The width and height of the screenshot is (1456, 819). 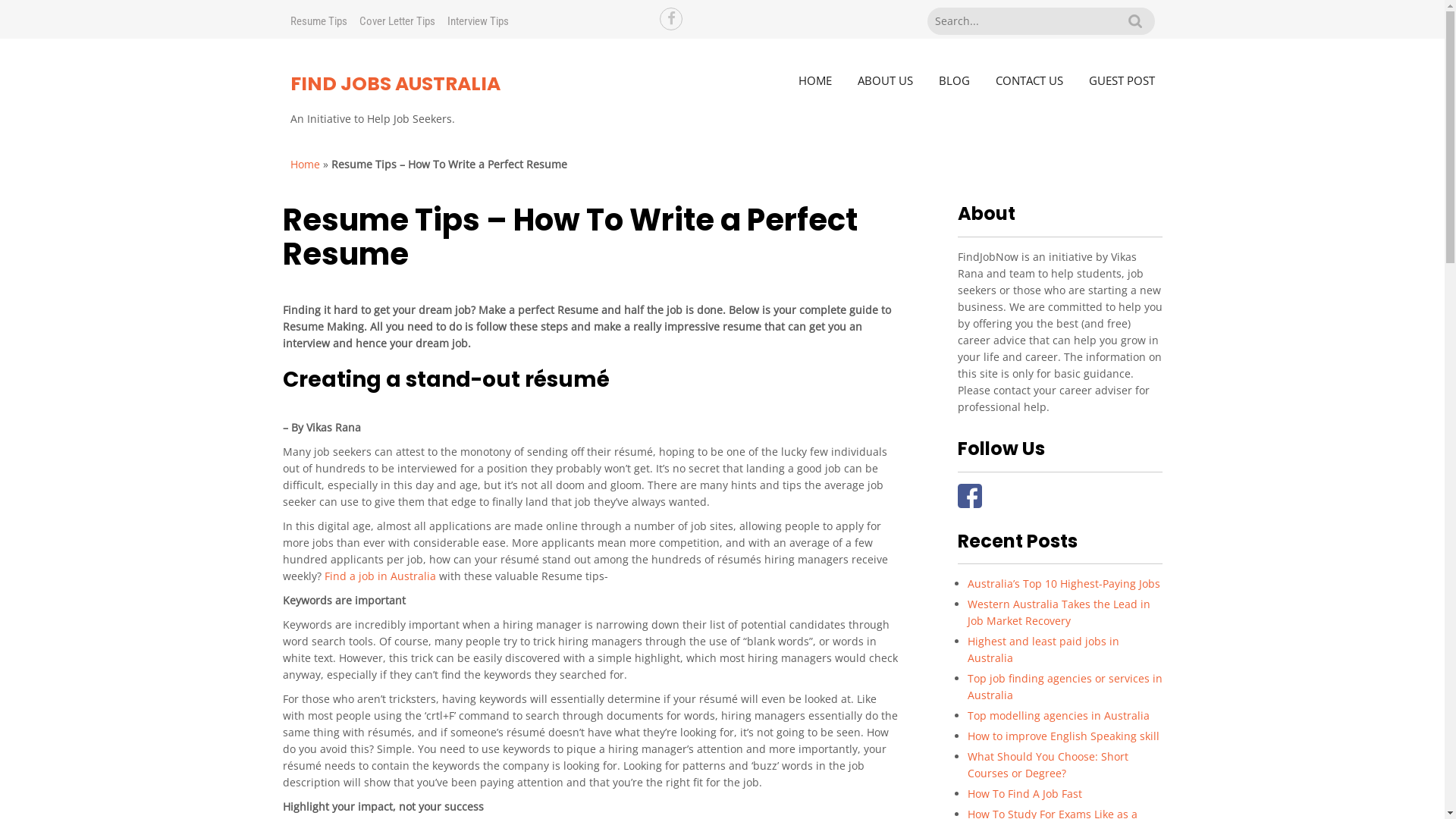 I want to click on 'Western Australia Takes the Lead in Job Market Recovery', so click(x=1058, y=611).